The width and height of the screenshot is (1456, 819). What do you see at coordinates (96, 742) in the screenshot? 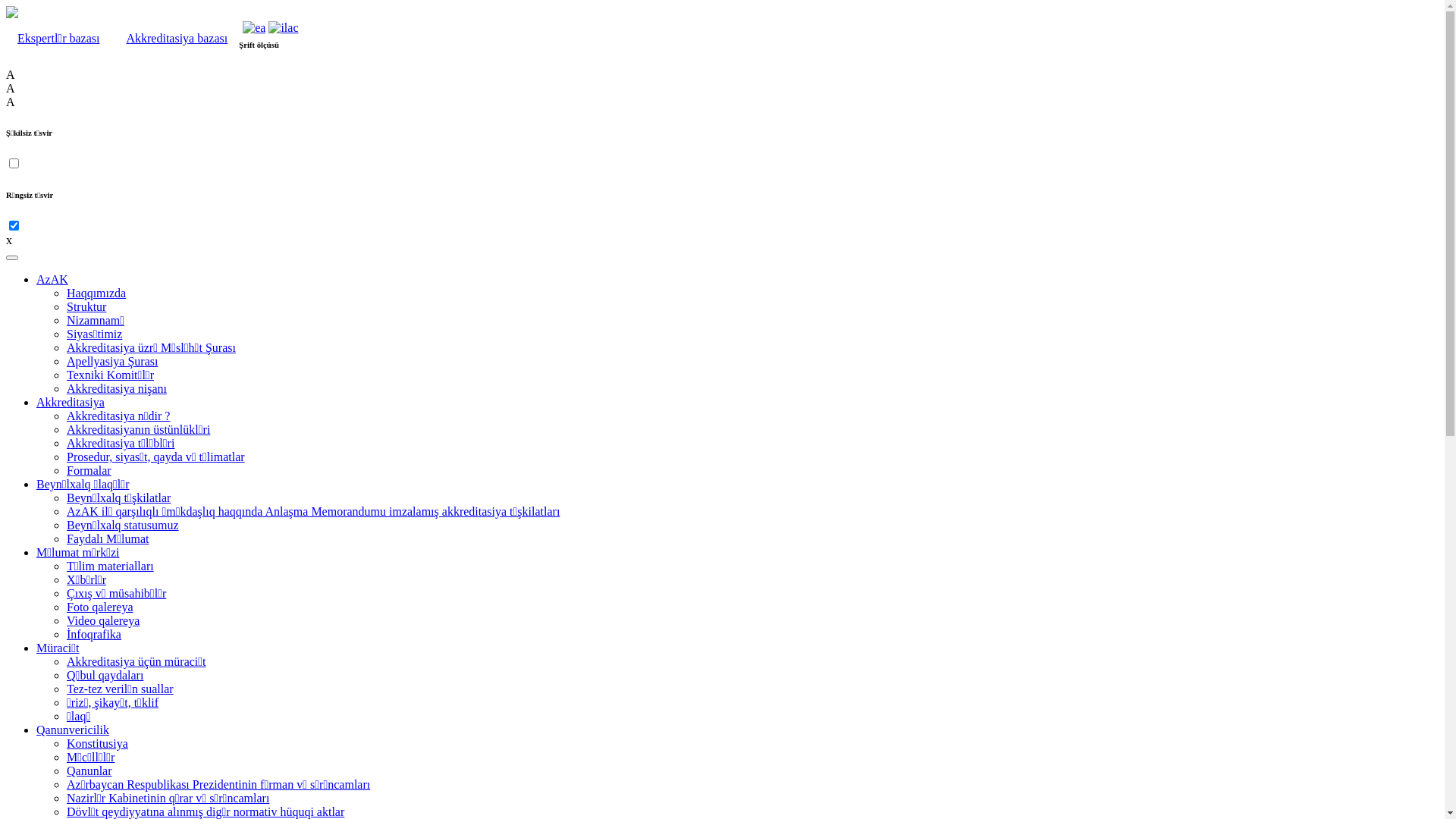
I see `'Konstitusiya'` at bounding box center [96, 742].